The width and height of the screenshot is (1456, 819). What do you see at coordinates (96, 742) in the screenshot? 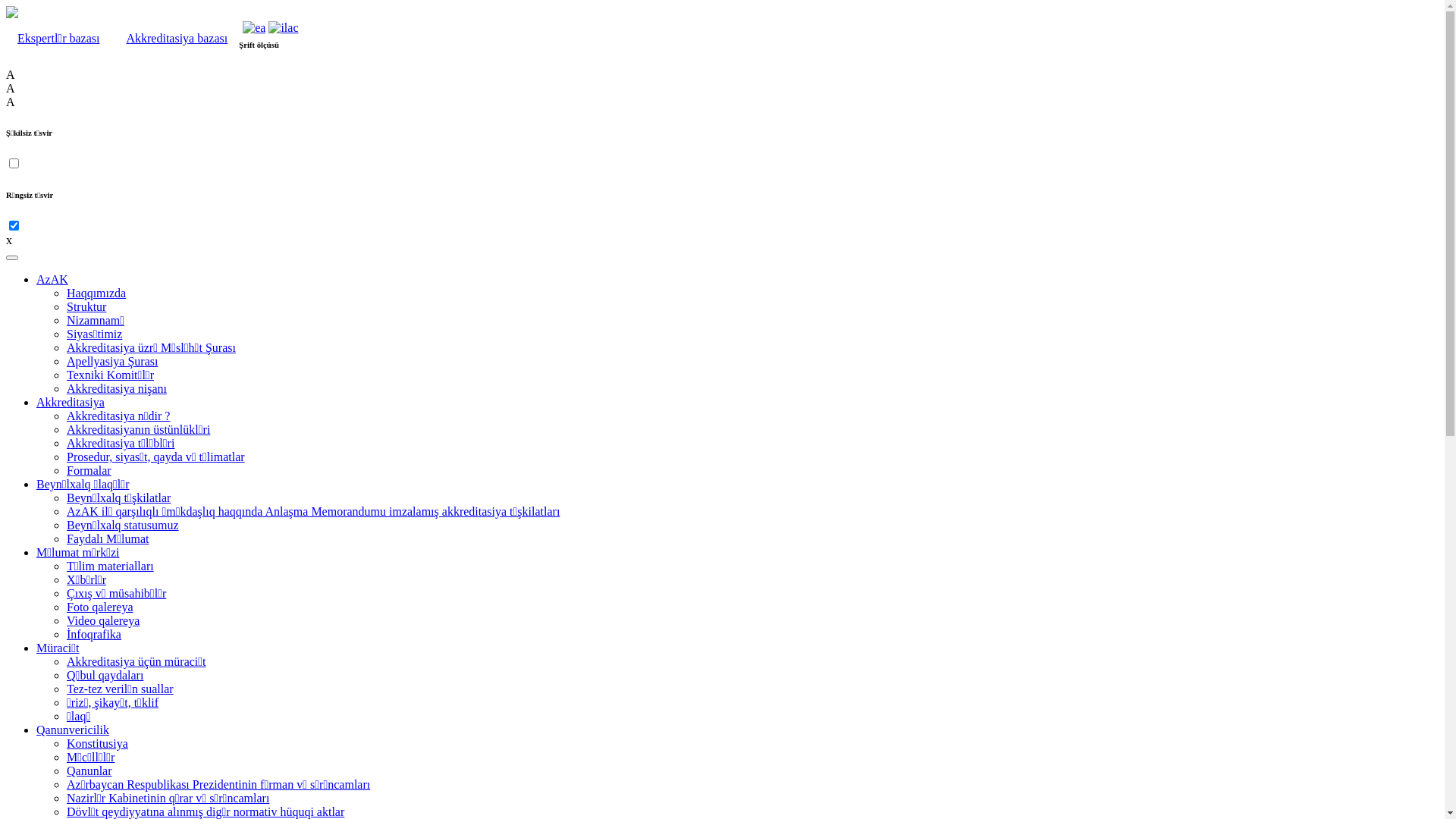
I see `'Konstitusiya'` at bounding box center [96, 742].